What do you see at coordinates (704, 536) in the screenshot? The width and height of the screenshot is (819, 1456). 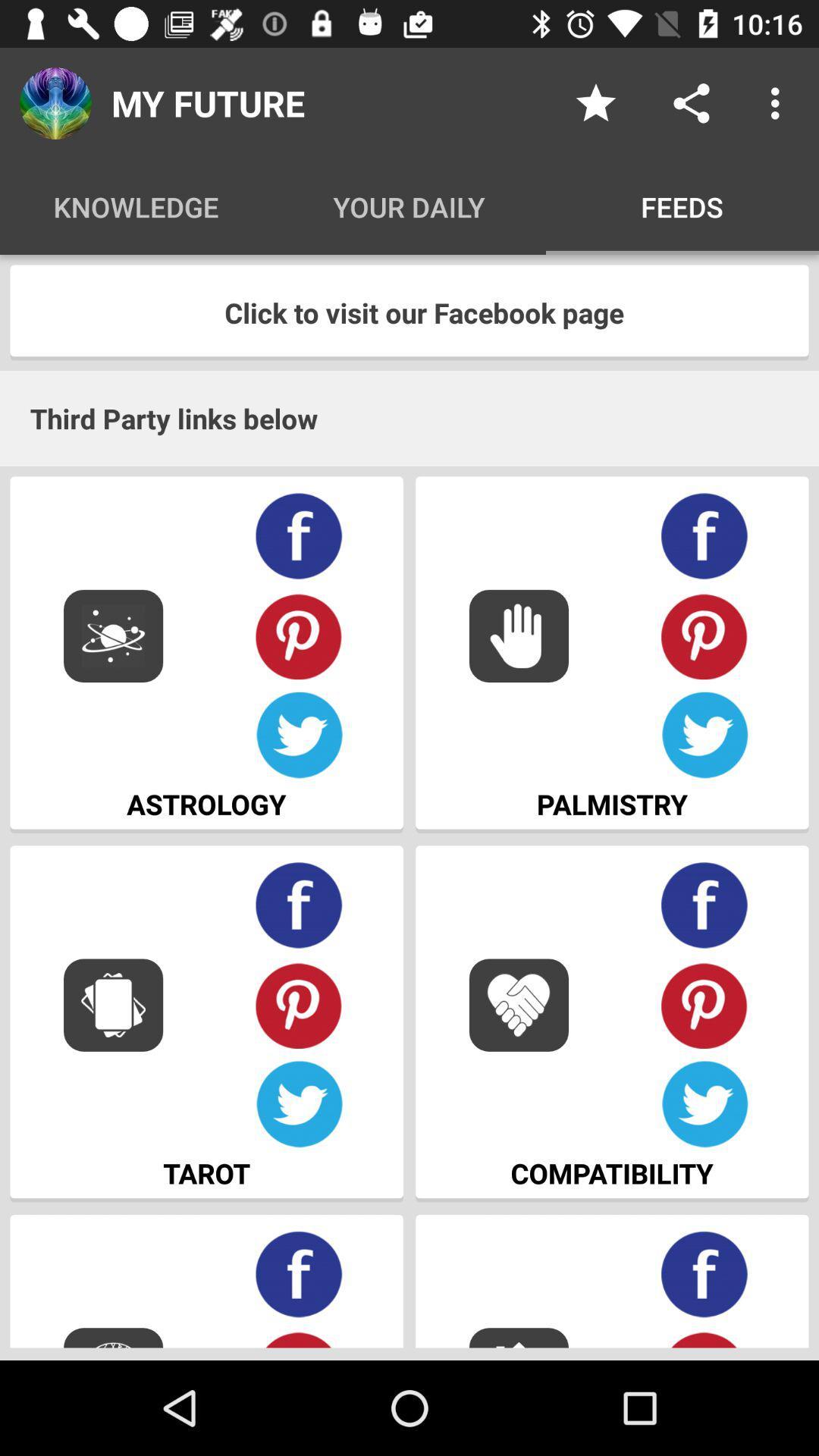 I see `share in facebook` at bounding box center [704, 536].